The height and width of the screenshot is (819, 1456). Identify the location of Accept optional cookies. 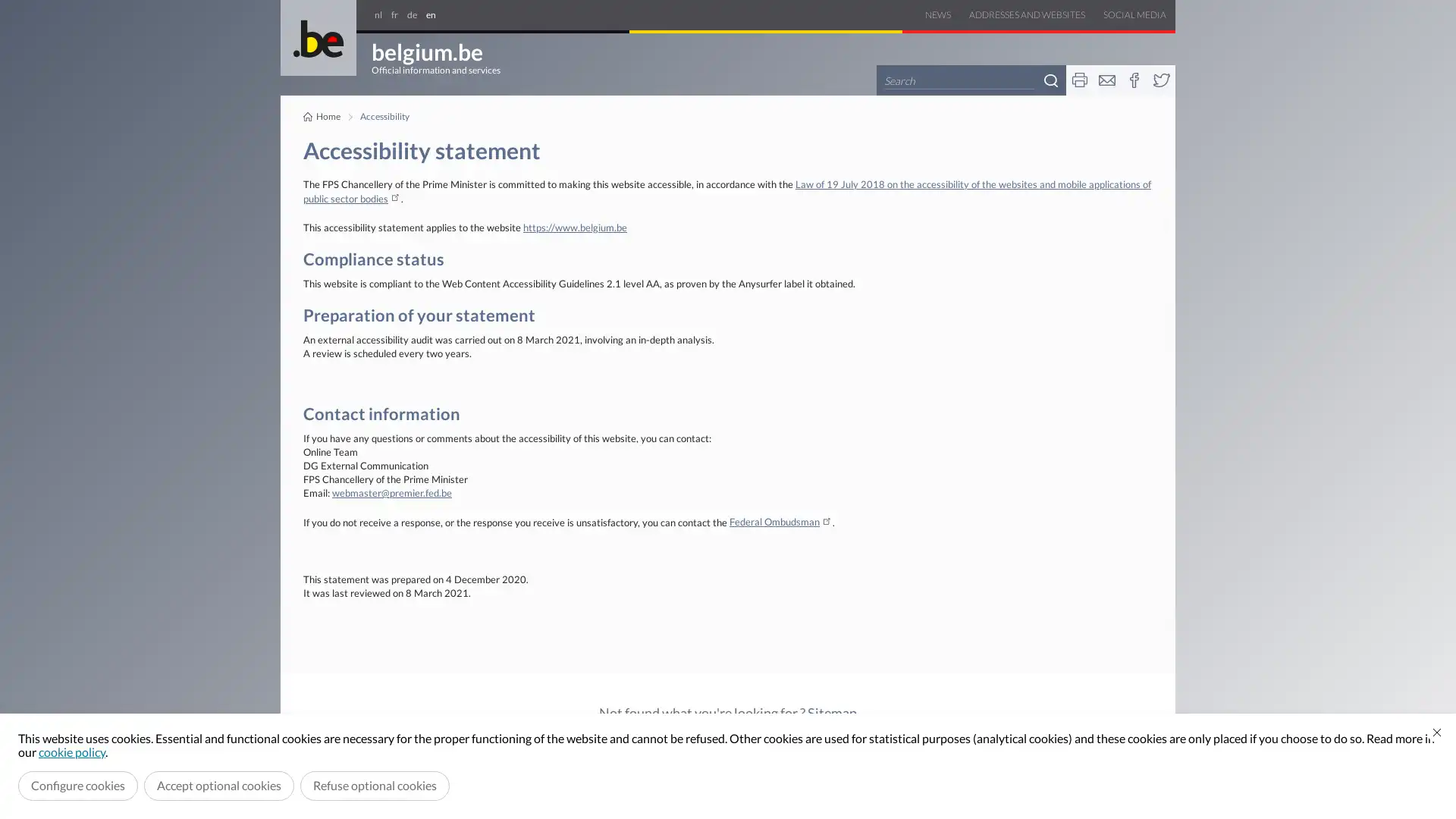
(218, 785).